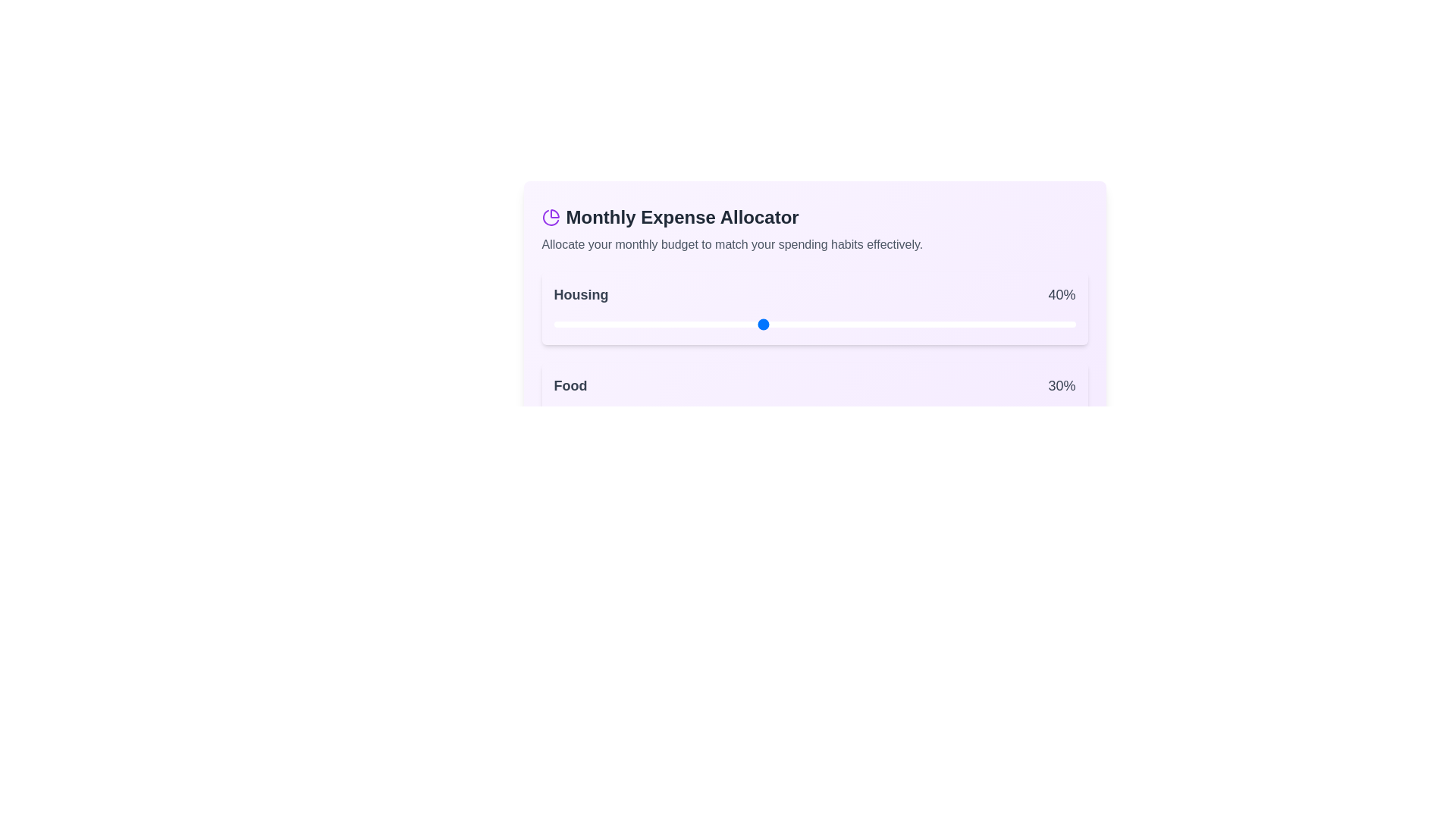 Image resolution: width=1456 pixels, height=819 pixels. Describe the element at coordinates (611, 324) in the screenshot. I see `the budget for Housing` at that location.